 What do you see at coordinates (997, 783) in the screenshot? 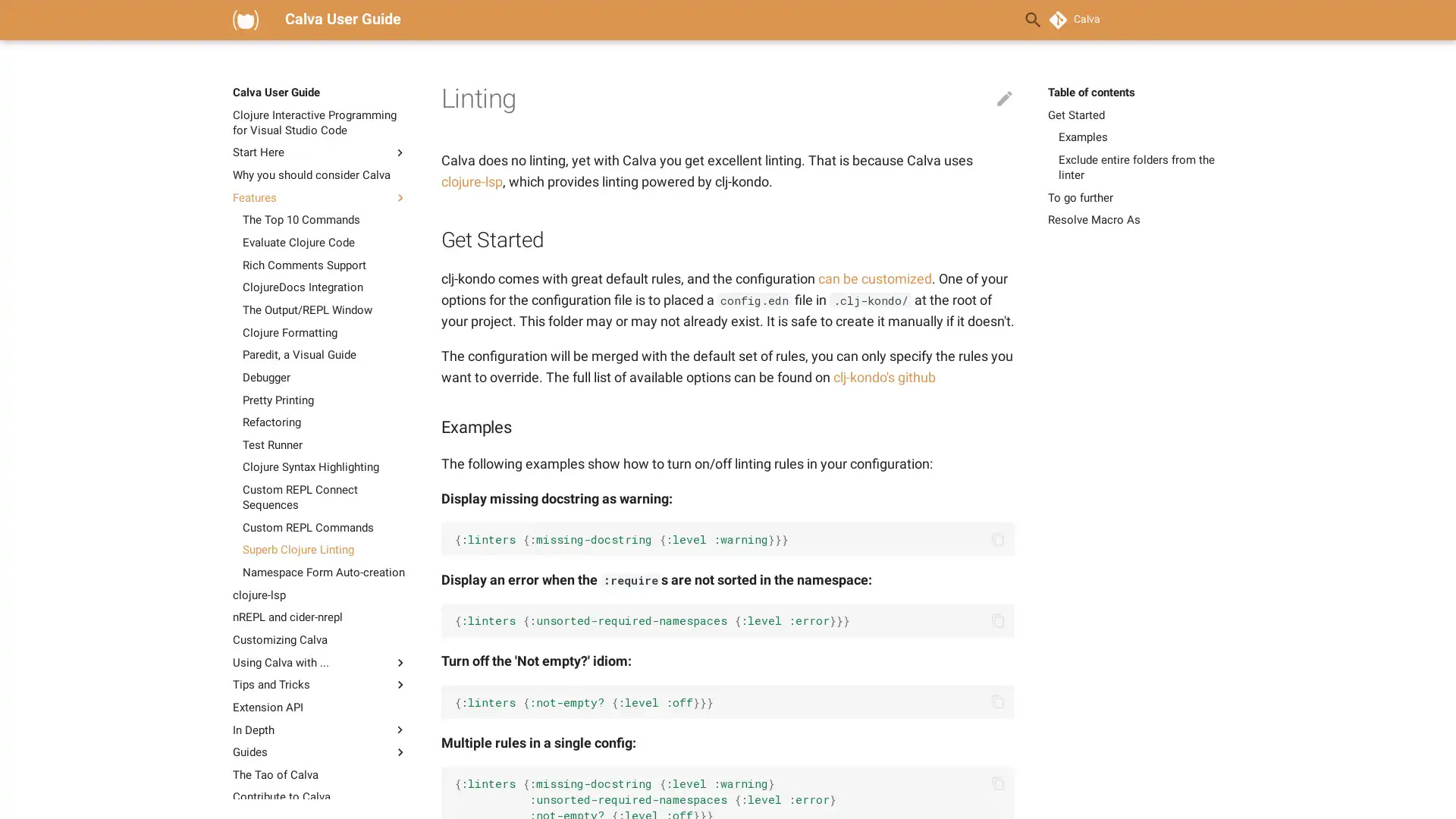
I see `Copy to clipboard` at bounding box center [997, 783].